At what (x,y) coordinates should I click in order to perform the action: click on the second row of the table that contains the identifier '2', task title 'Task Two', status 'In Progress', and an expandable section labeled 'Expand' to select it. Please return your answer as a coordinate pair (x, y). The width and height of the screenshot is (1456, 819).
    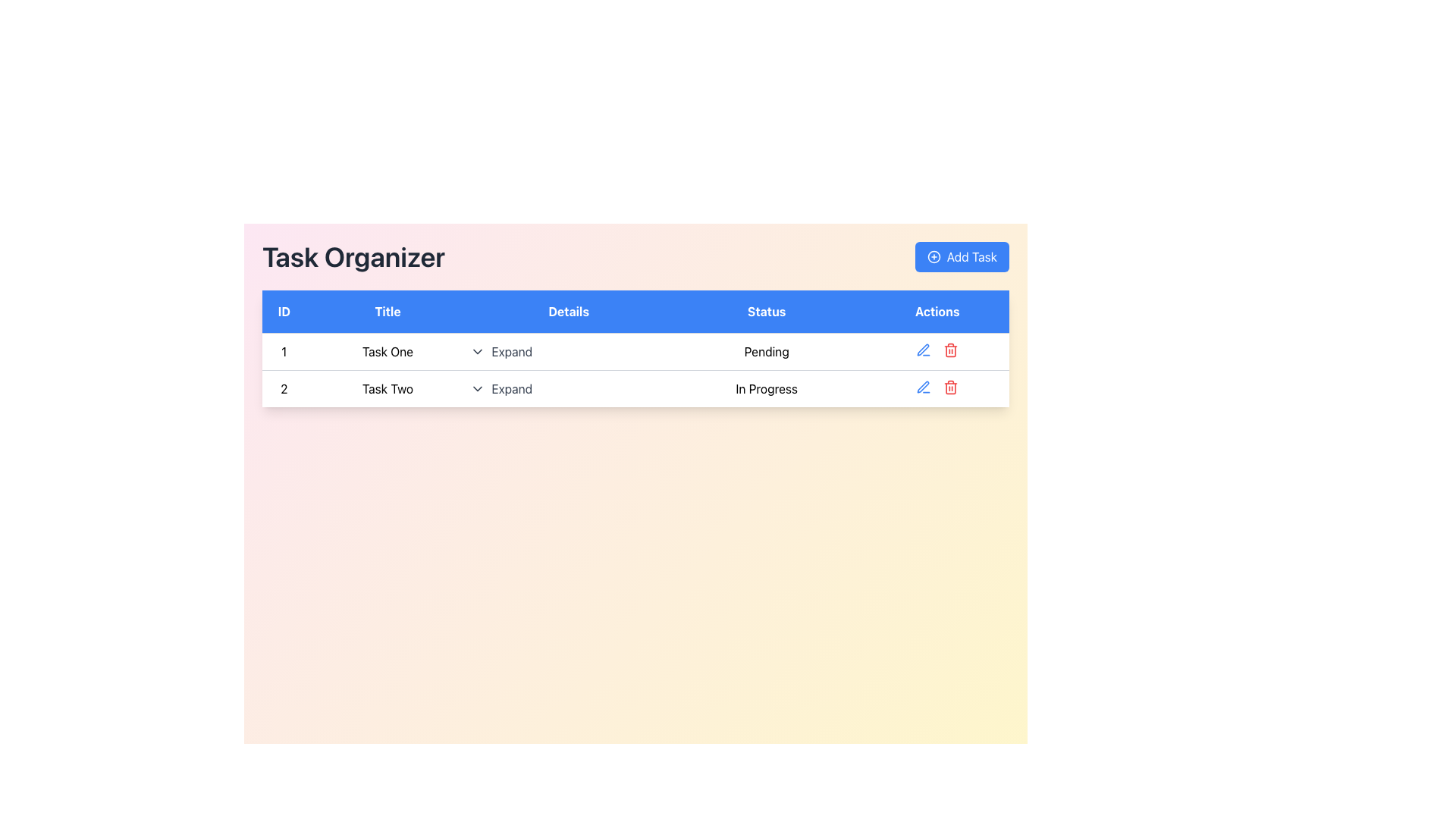
    Looking at the image, I should click on (635, 388).